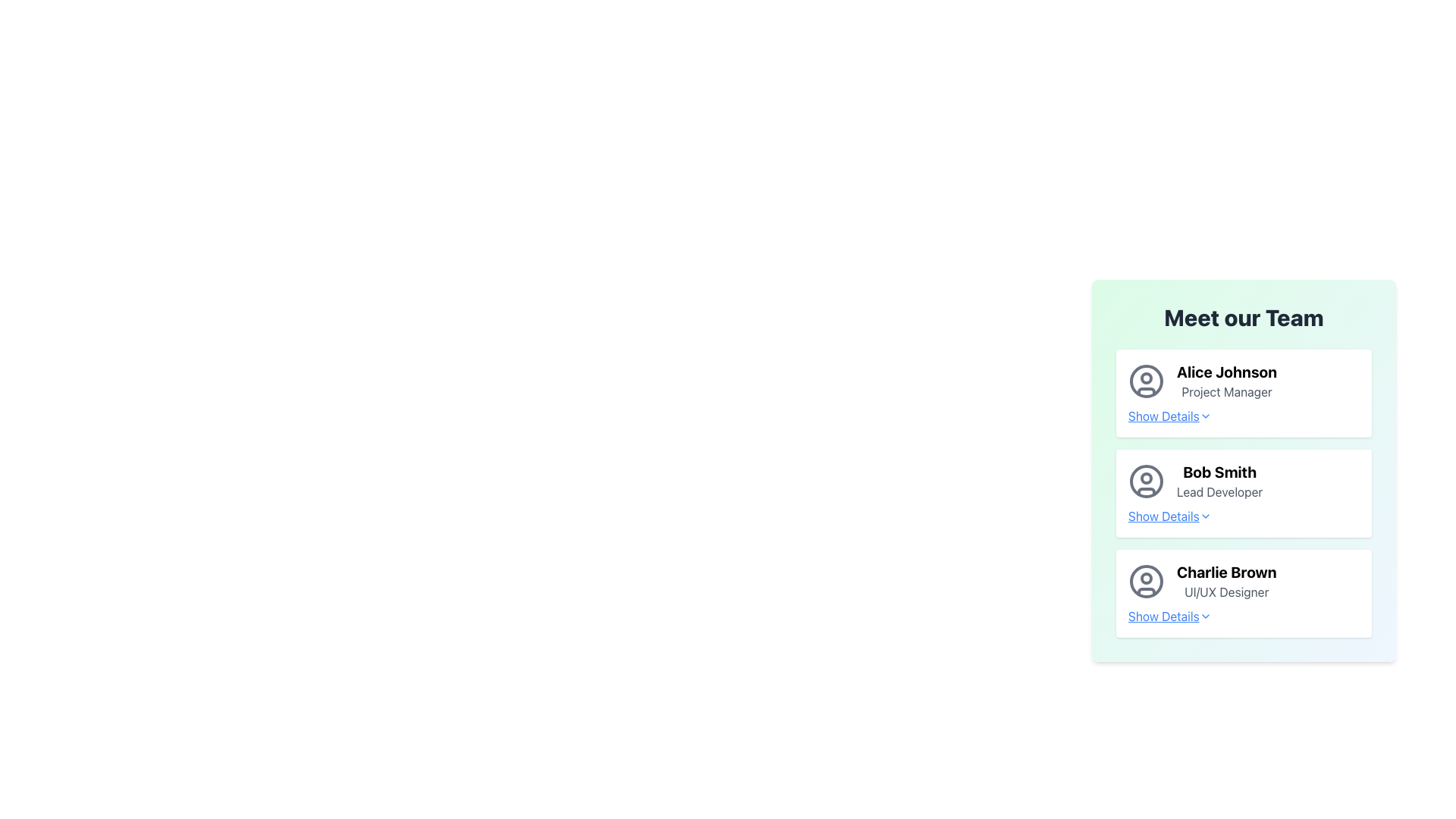 The height and width of the screenshot is (819, 1456). I want to click on the SVG icon located to the right of the 'Show Details' text, which serves as a visual cue for expanded content related to 'Bob Smith, Lead Developer', so click(1204, 516).